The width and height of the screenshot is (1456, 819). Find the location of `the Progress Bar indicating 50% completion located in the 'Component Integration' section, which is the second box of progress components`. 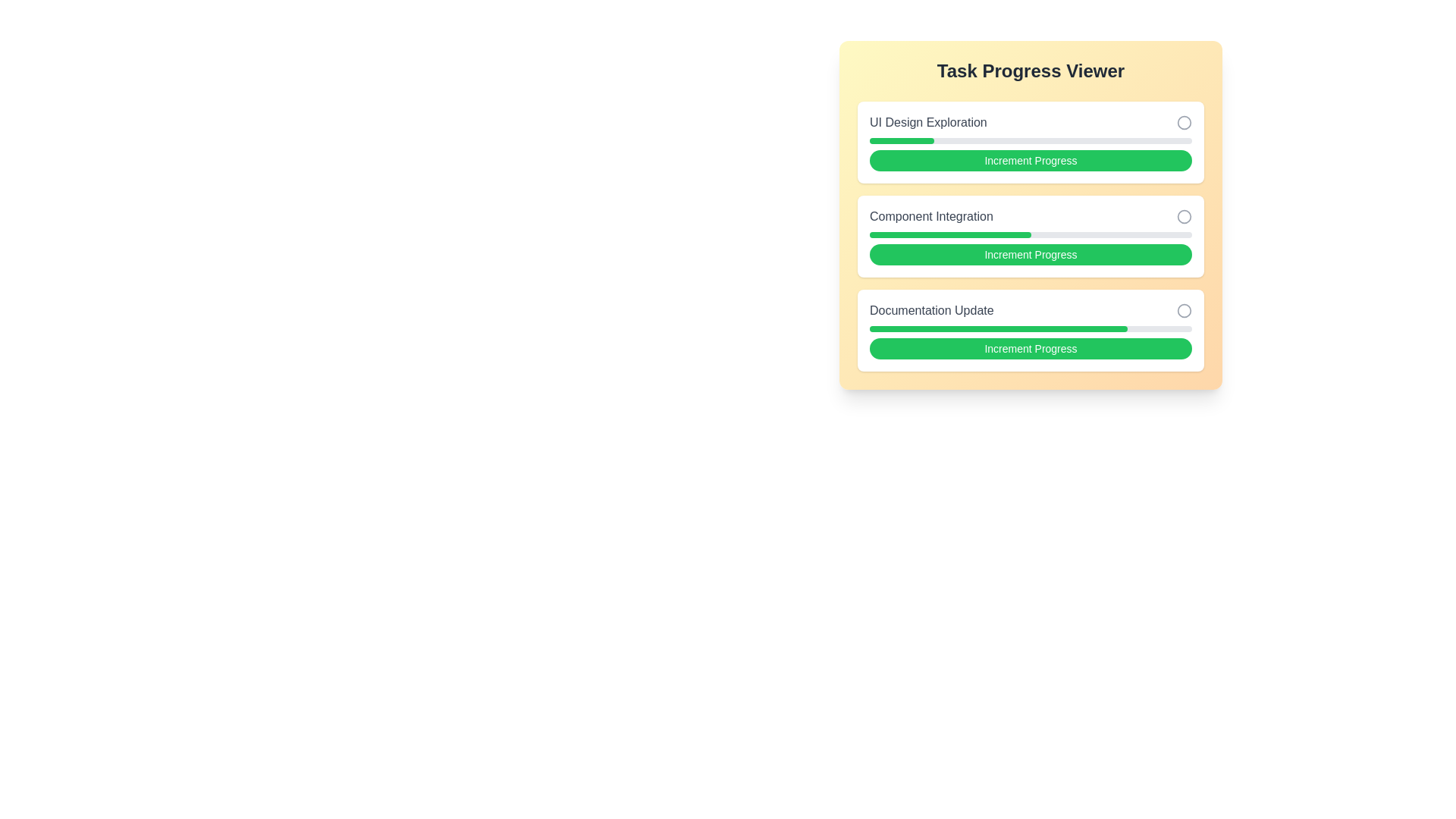

the Progress Bar indicating 50% completion located in the 'Component Integration' section, which is the second box of progress components is located at coordinates (1031, 234).